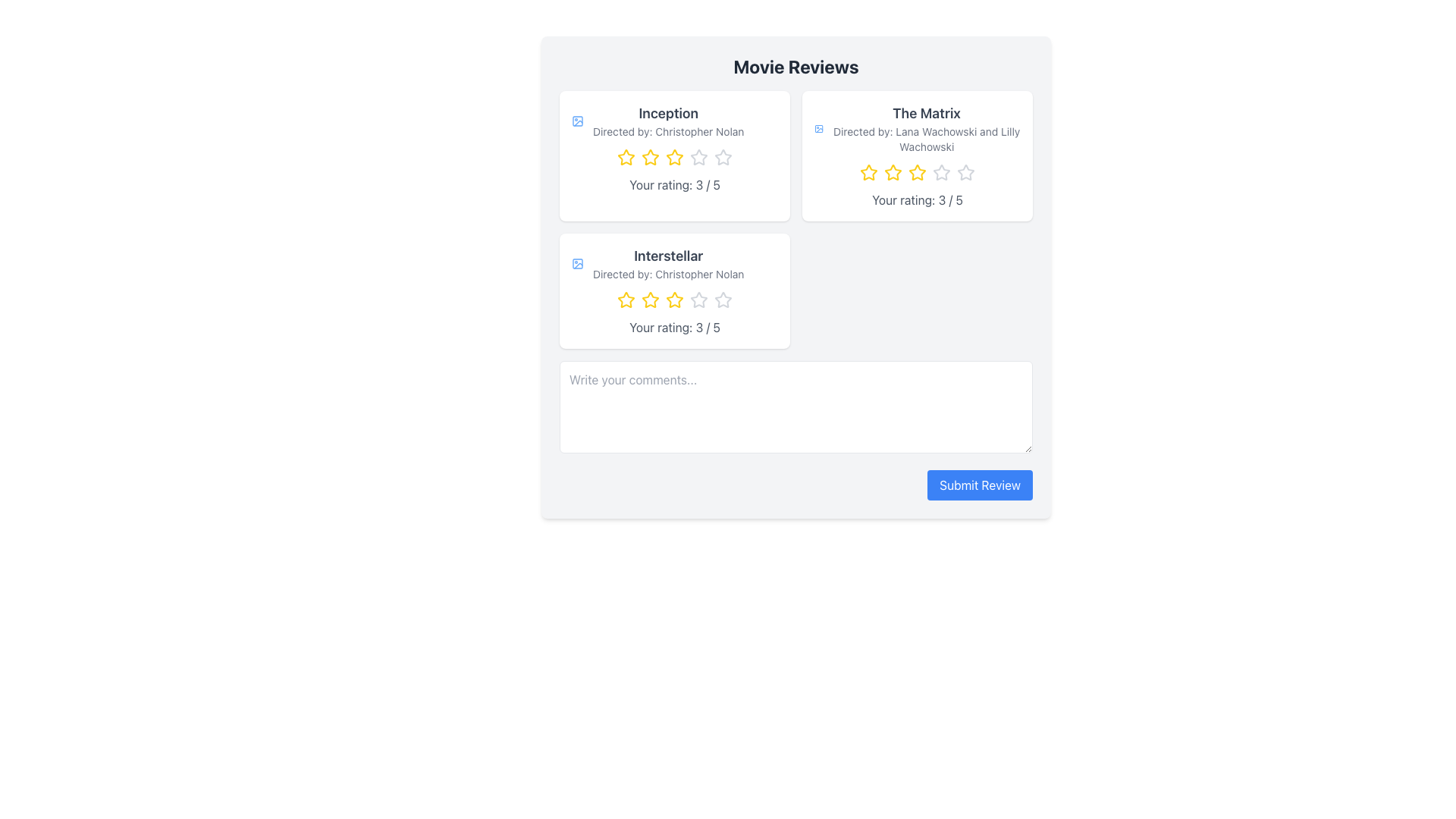 Image resolution: width=1456 pixels, height=819 pixels. What do you see at coordinates (916, 171) in the screenshot?
I see `the third star in the rating section of 'The Matrix' movie review to indicate a rating` at bounding box center [916, 171].